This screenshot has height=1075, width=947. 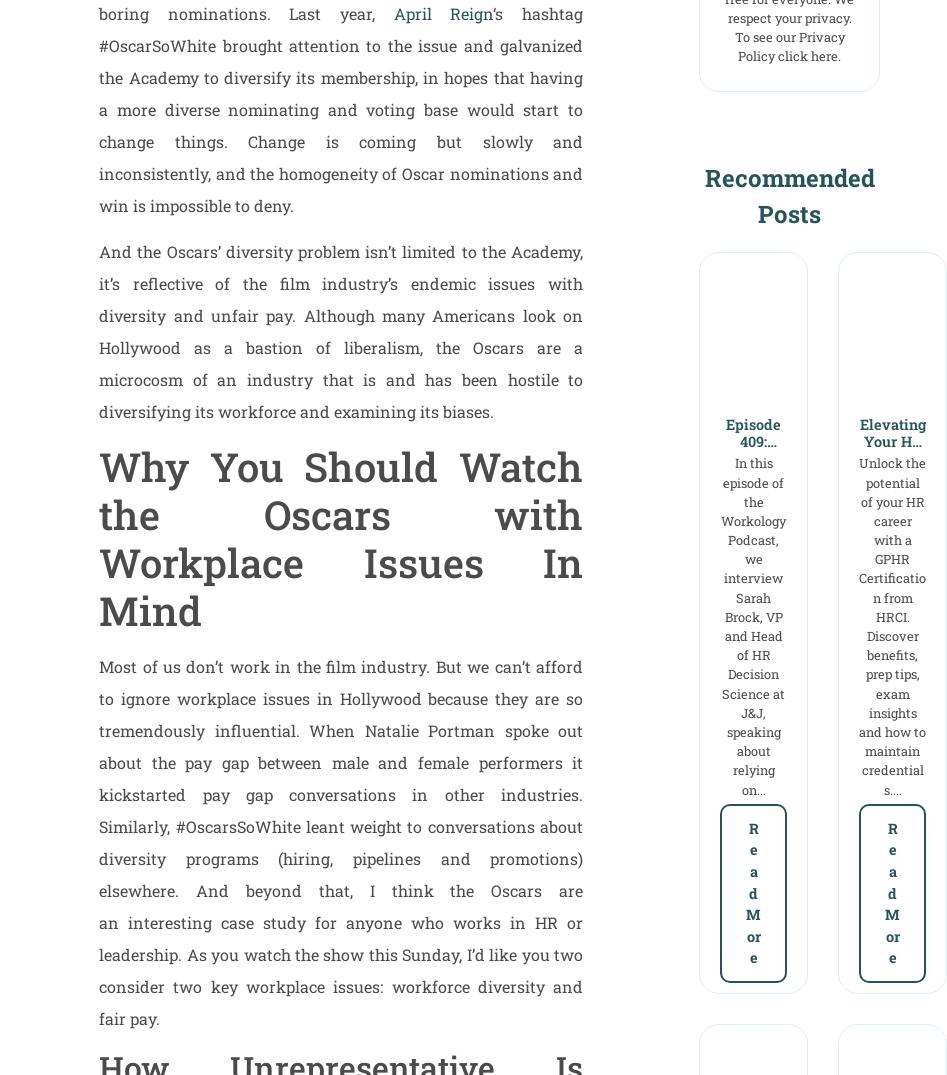 I want to click on 'April Reign', so click(x=443, y=12).